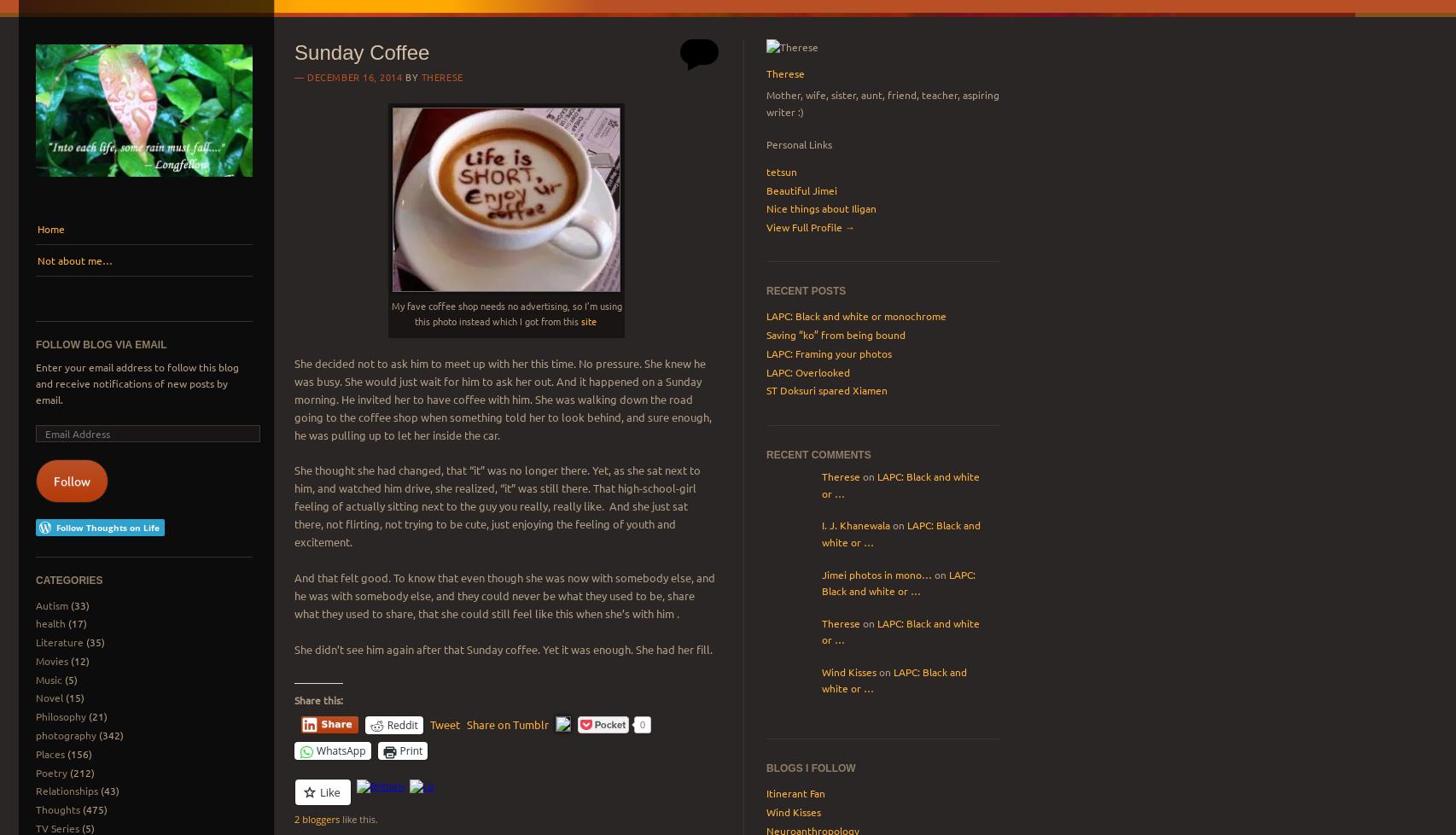 The image size is (1456, 835). I want to click on 'by', so click(410, 76).